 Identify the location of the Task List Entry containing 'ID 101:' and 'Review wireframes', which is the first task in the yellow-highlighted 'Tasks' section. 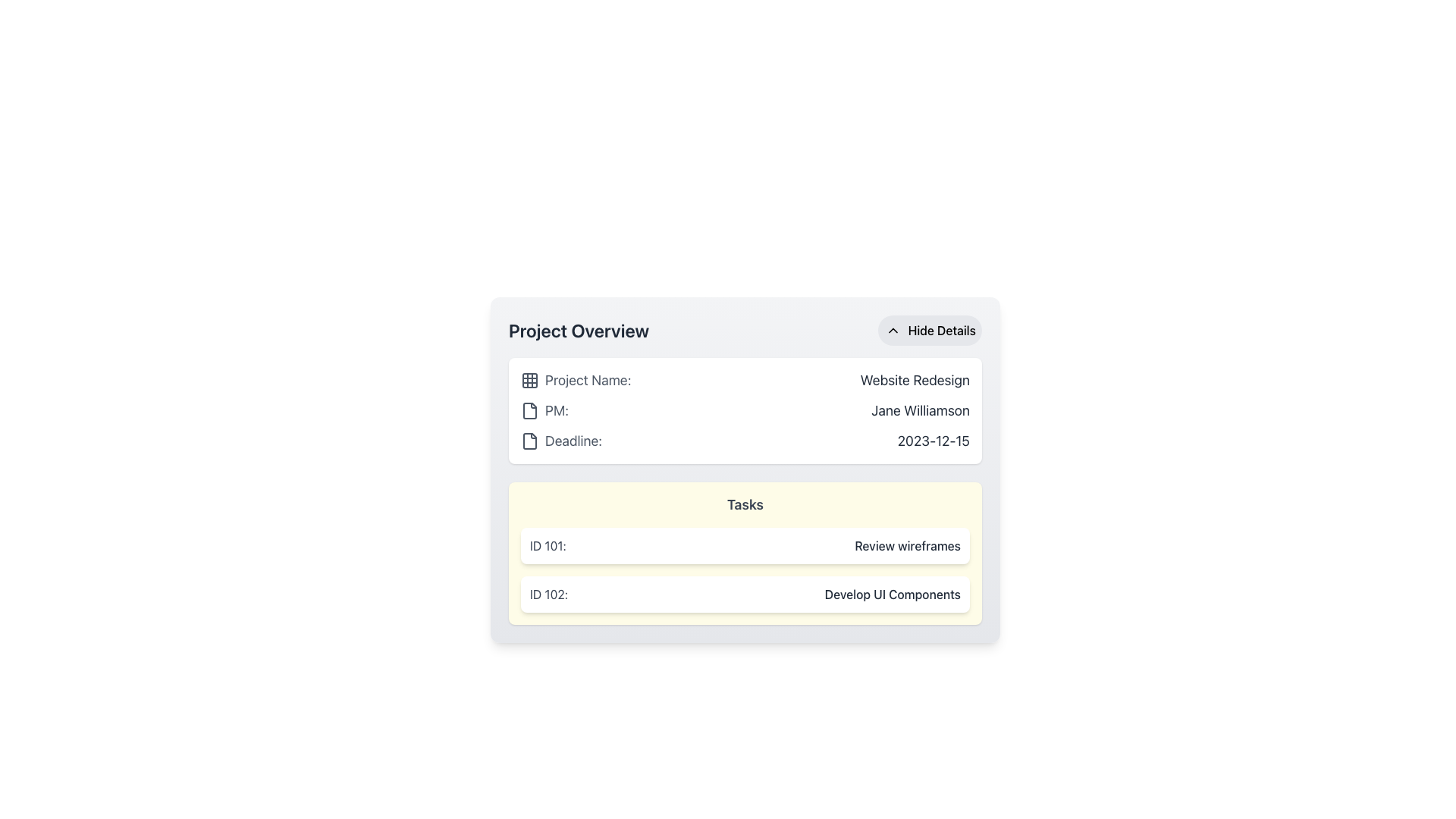
(745, 546).